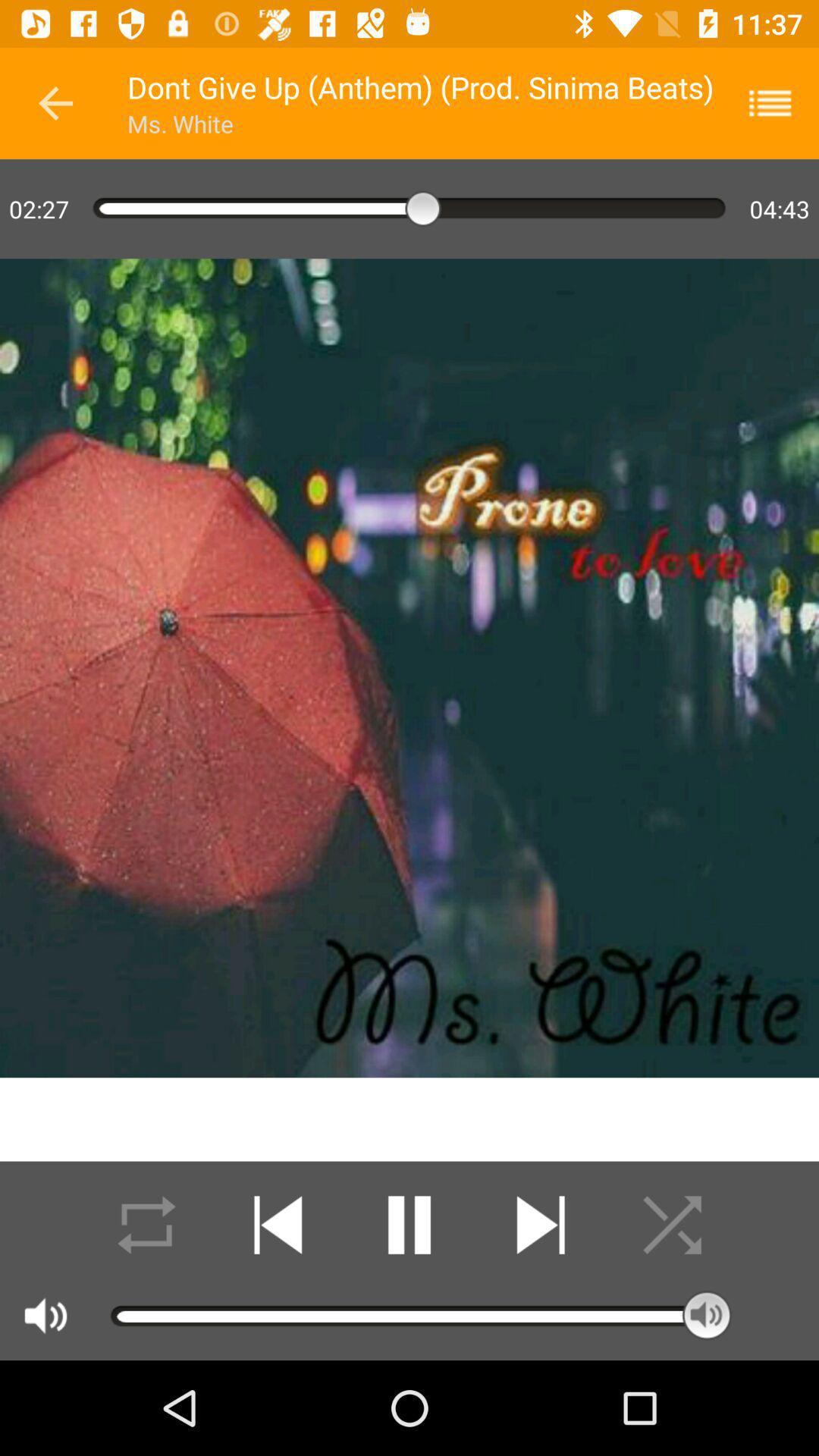 The image size is (819, 1456). Describe the element at coordinates (780, 102) in the screenshot. I see `track list` at that location.